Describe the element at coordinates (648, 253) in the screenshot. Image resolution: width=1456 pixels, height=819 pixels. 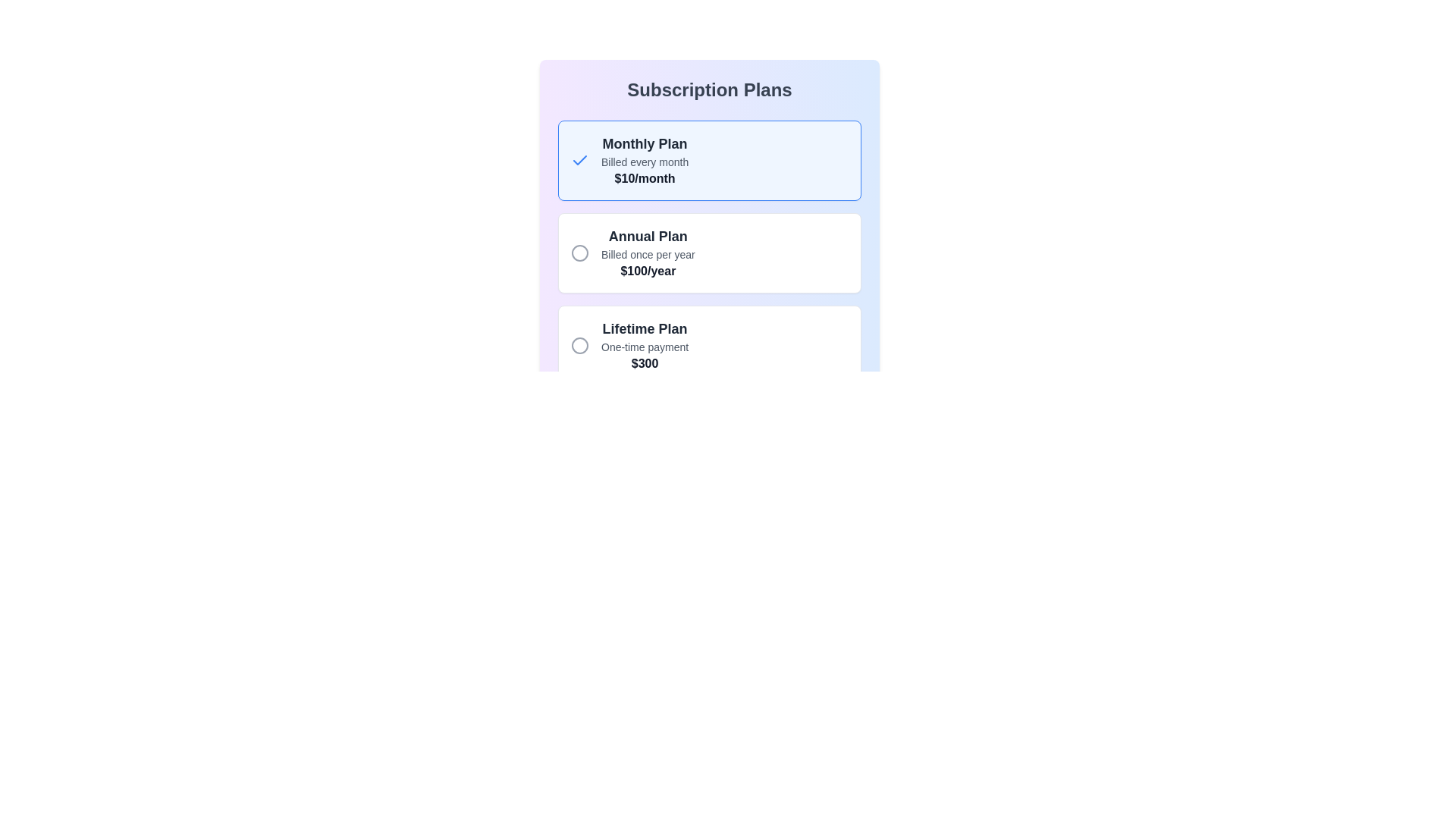
I see `text block that presents the details of the 'Annual Plan' subscription option, which is the second option in the list of subscription plans` at that location.